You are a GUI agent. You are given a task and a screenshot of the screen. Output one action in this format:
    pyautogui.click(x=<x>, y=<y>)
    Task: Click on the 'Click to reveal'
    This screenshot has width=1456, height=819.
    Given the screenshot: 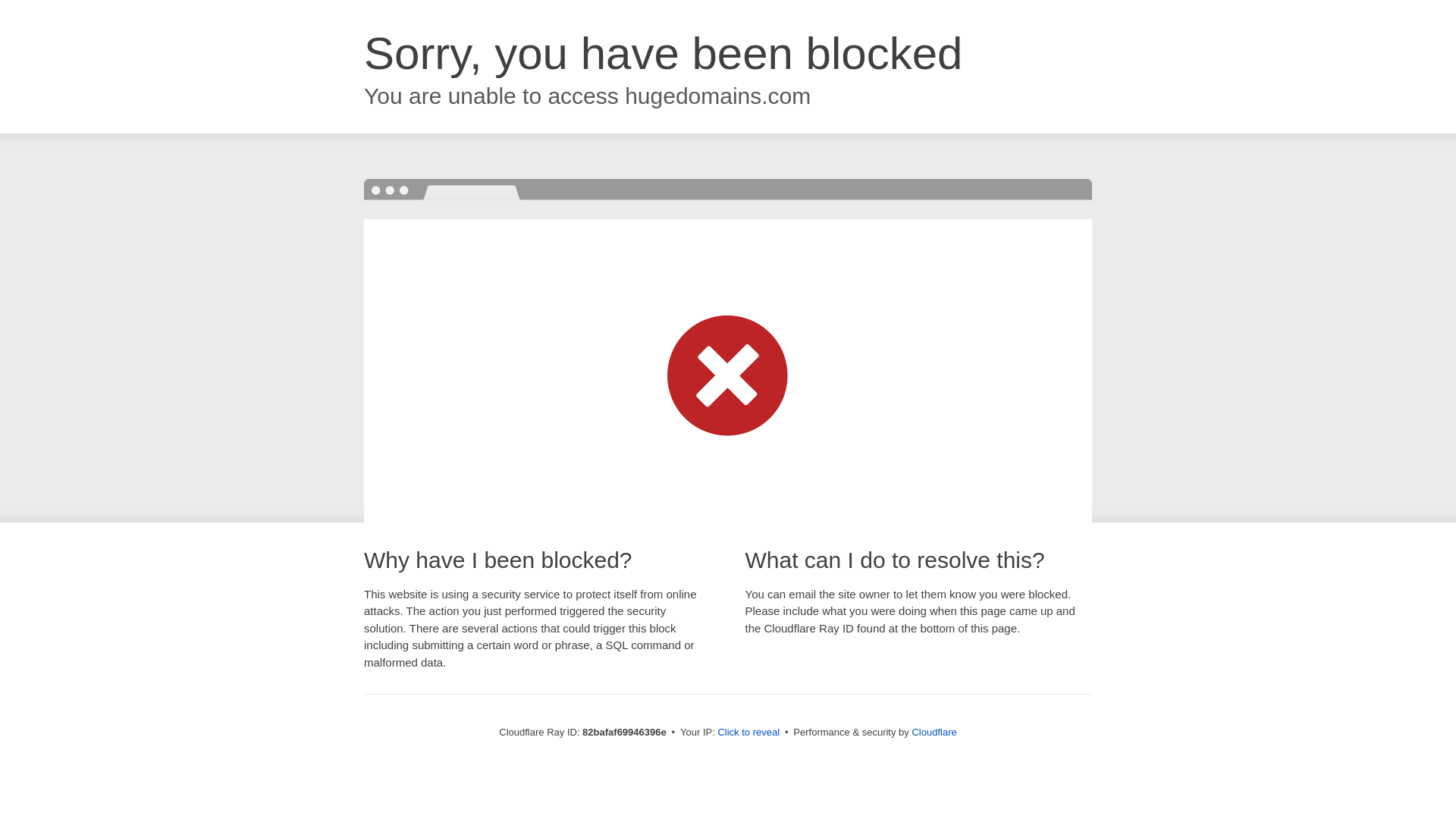 What is the action you would take?
    pyautogui.click(x=716, y=731)
    